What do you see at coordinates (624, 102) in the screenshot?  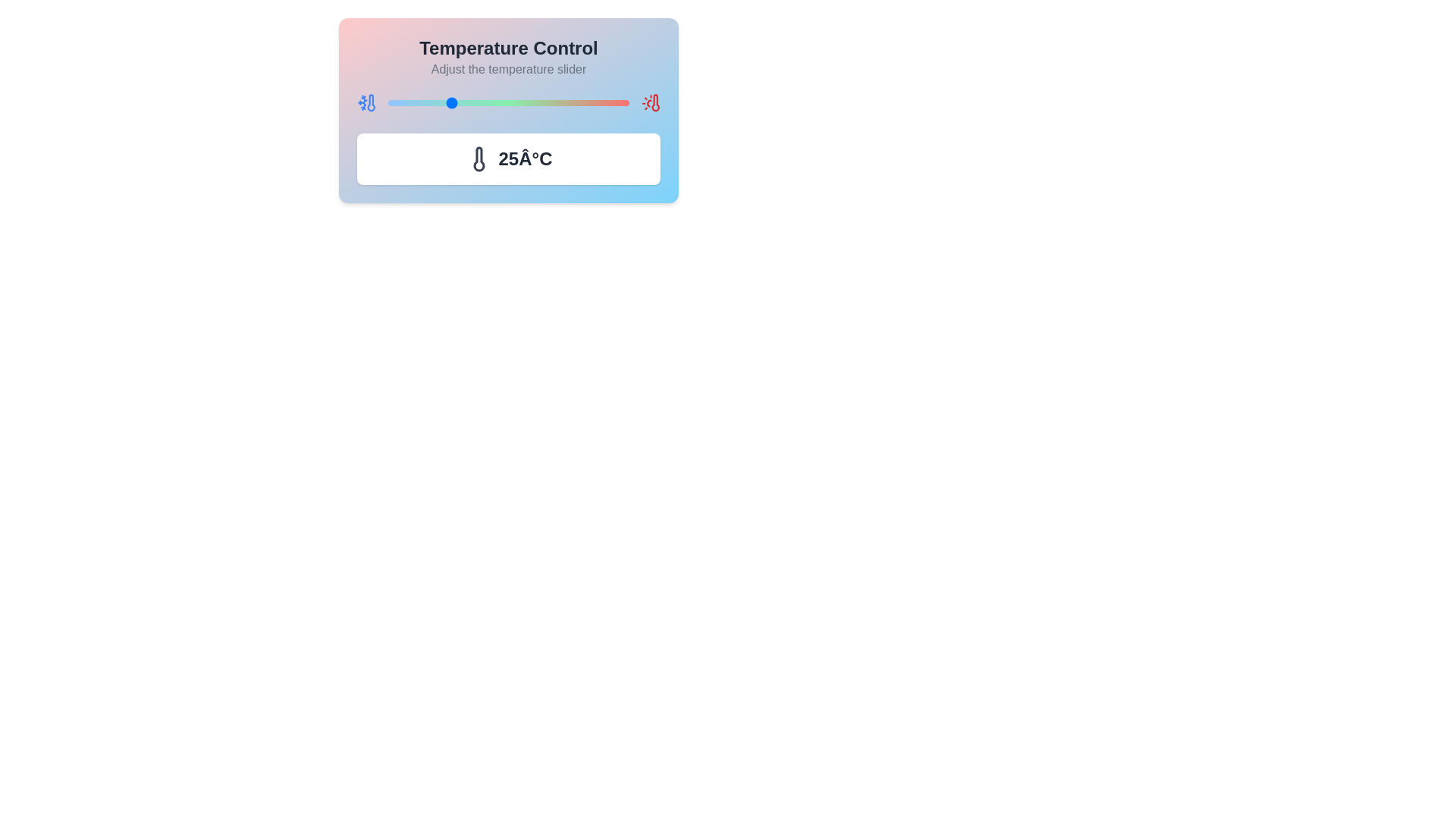 I see `the temperature to 98°C by adjusting the slider` at bounding box center [624, 102].